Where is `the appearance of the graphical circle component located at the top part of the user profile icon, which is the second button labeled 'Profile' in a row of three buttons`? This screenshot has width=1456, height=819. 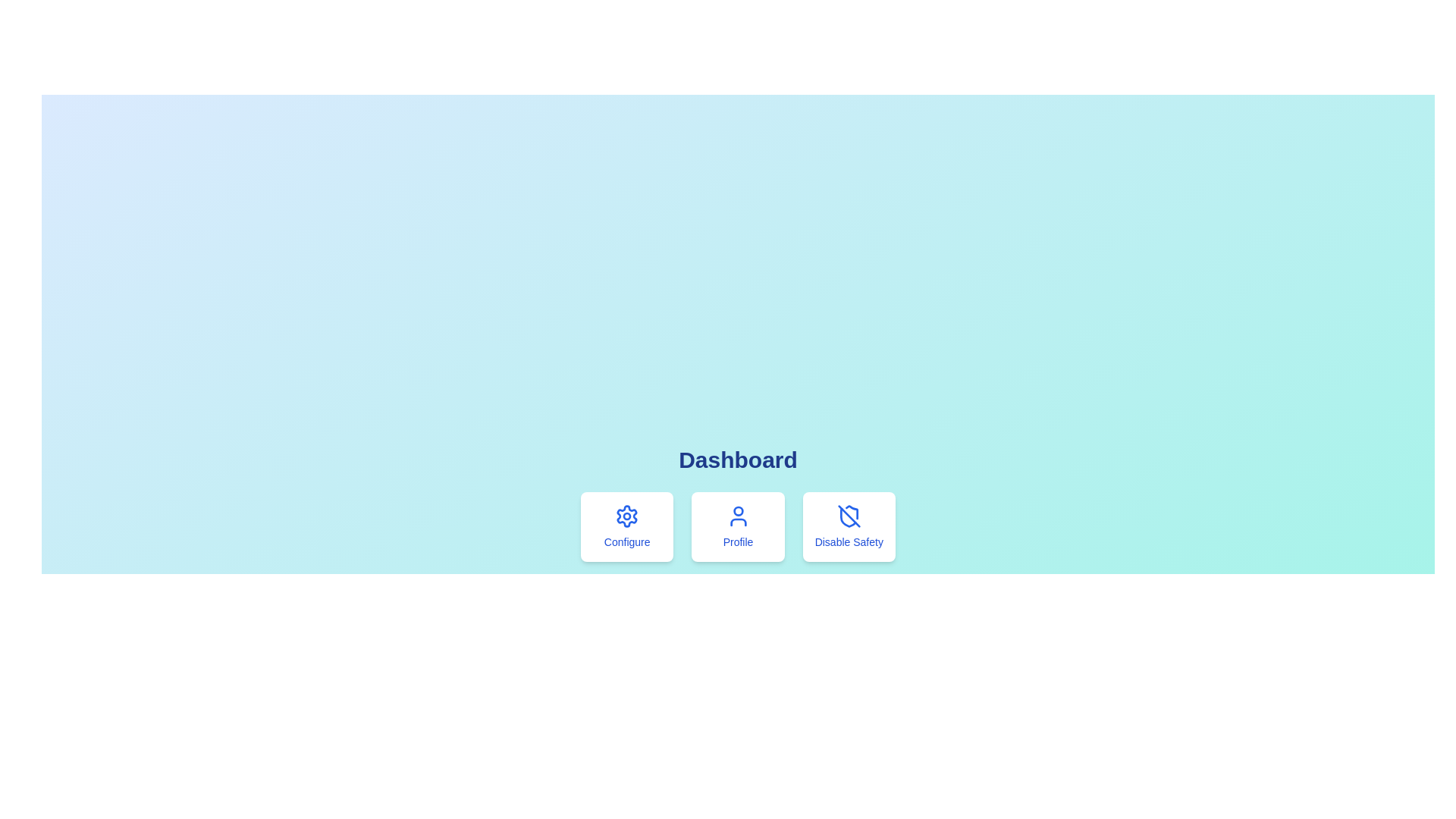 the appearance of the graphical circle component located at the top part of the user profile icon, which is the second button labeled 'Profile' in a row of three buttons is located at coordinates (738, 511).